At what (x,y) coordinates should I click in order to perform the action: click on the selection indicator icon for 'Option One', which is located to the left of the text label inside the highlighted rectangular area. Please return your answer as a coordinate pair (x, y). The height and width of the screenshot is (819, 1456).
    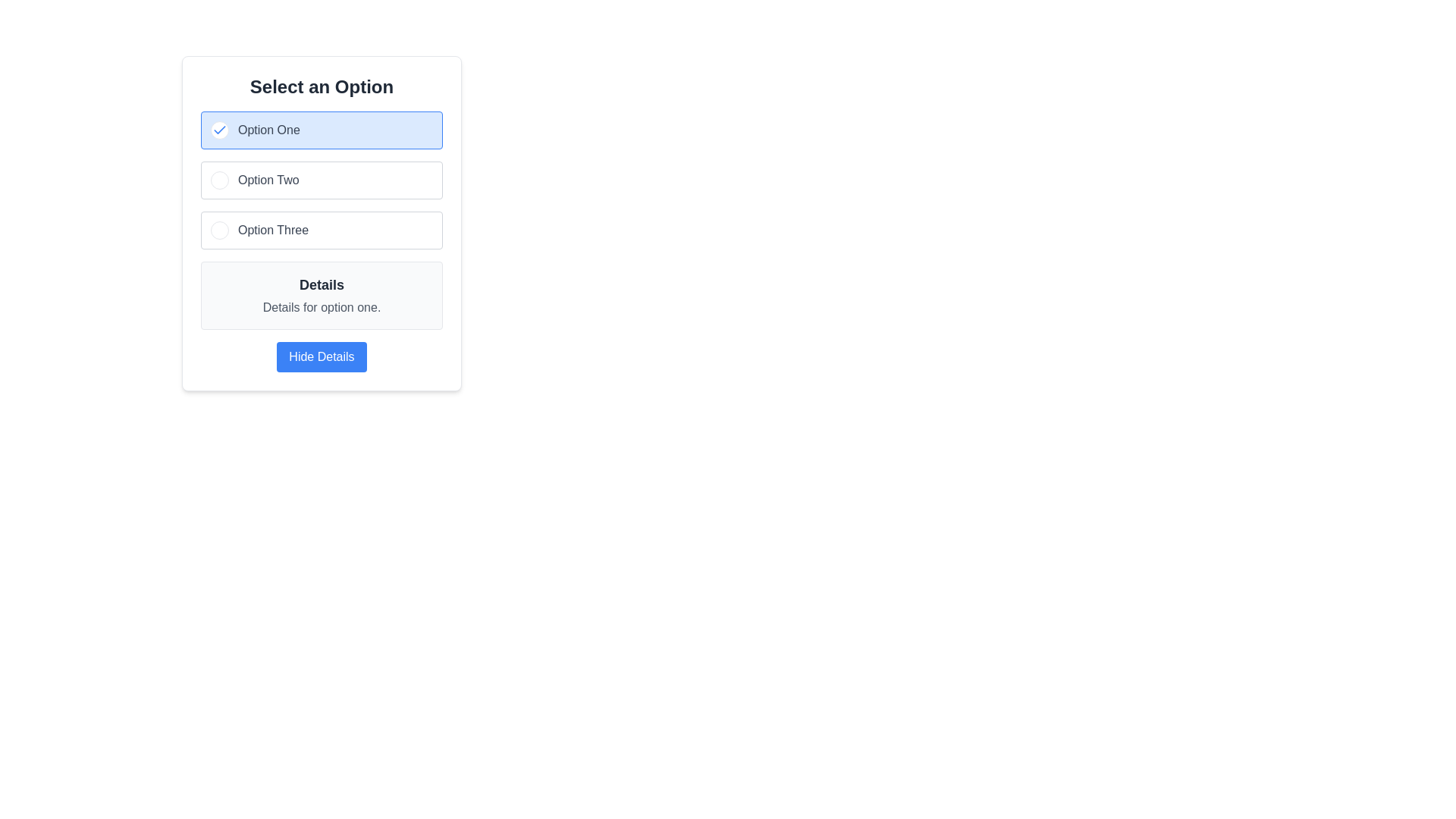
    Looking at the image, I should click on (218, 128).